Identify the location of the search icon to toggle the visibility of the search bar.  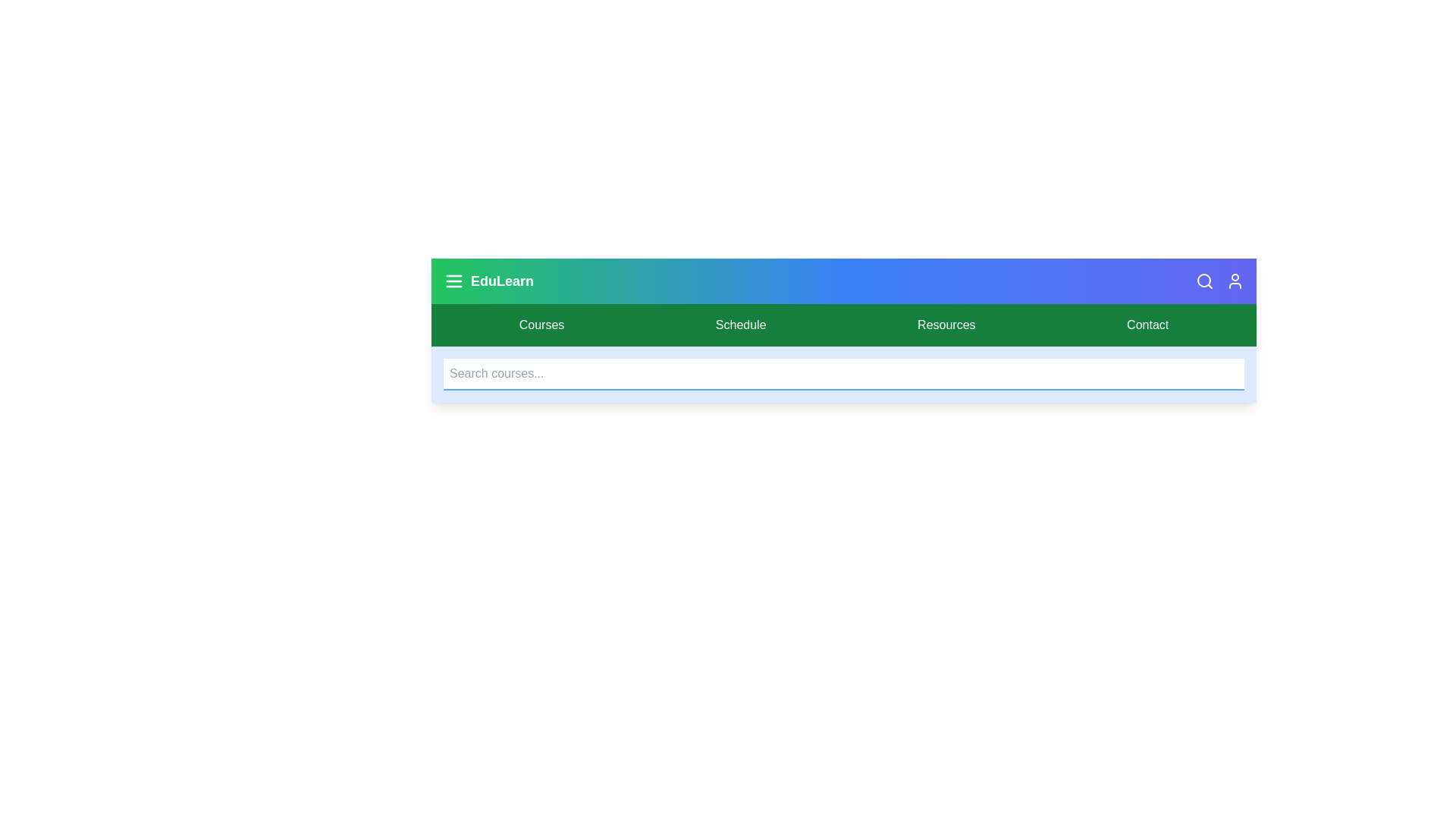
(1203, 281).